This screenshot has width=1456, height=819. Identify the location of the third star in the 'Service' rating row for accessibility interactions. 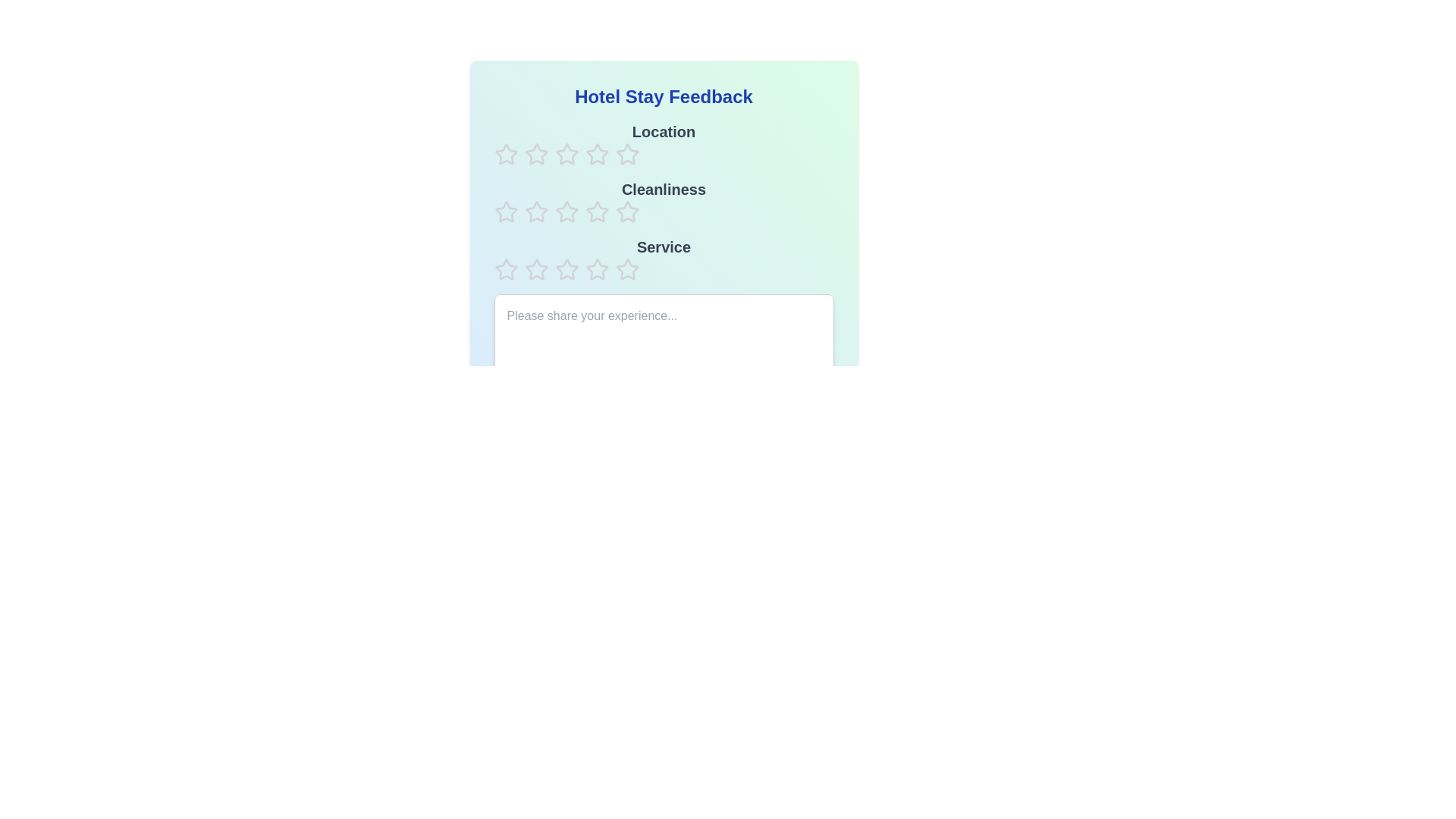
(596, 268).